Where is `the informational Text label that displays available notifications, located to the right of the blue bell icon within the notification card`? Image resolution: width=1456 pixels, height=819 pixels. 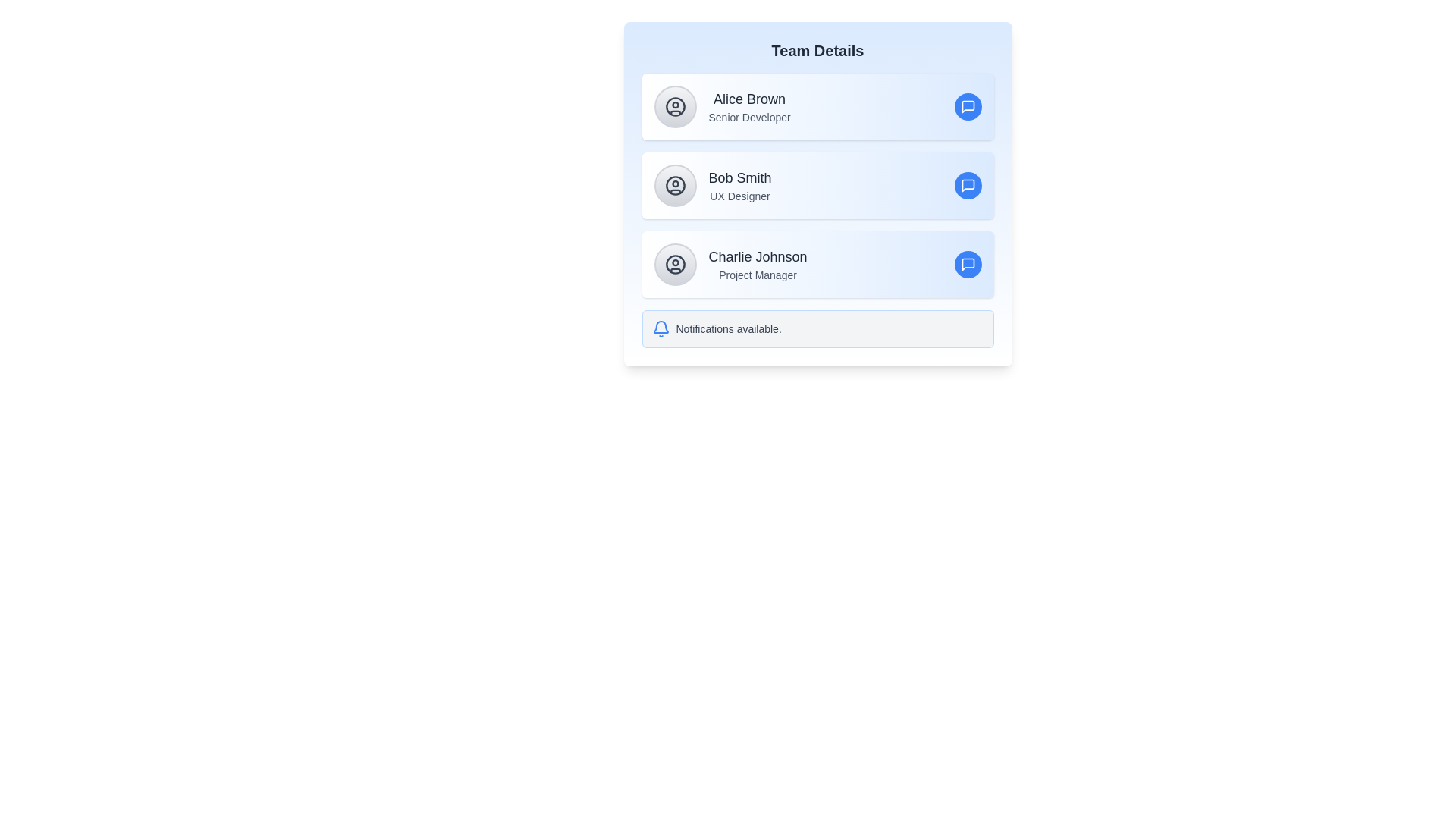
the informational Text label that displays available notifications, located to the right of the blue bell icon within the notification card is located at coordinates (729, 328).